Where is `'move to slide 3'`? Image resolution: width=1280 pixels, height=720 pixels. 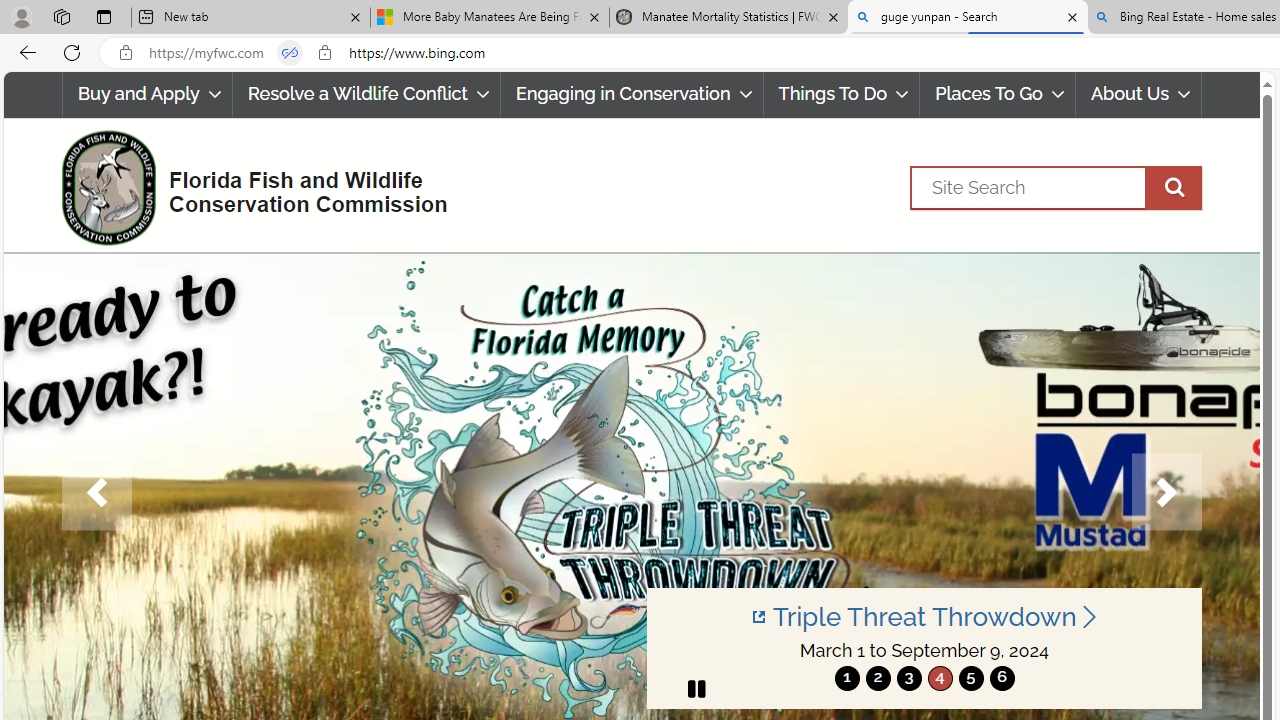
'move to slide 3' is located at coordinates (907, 677).